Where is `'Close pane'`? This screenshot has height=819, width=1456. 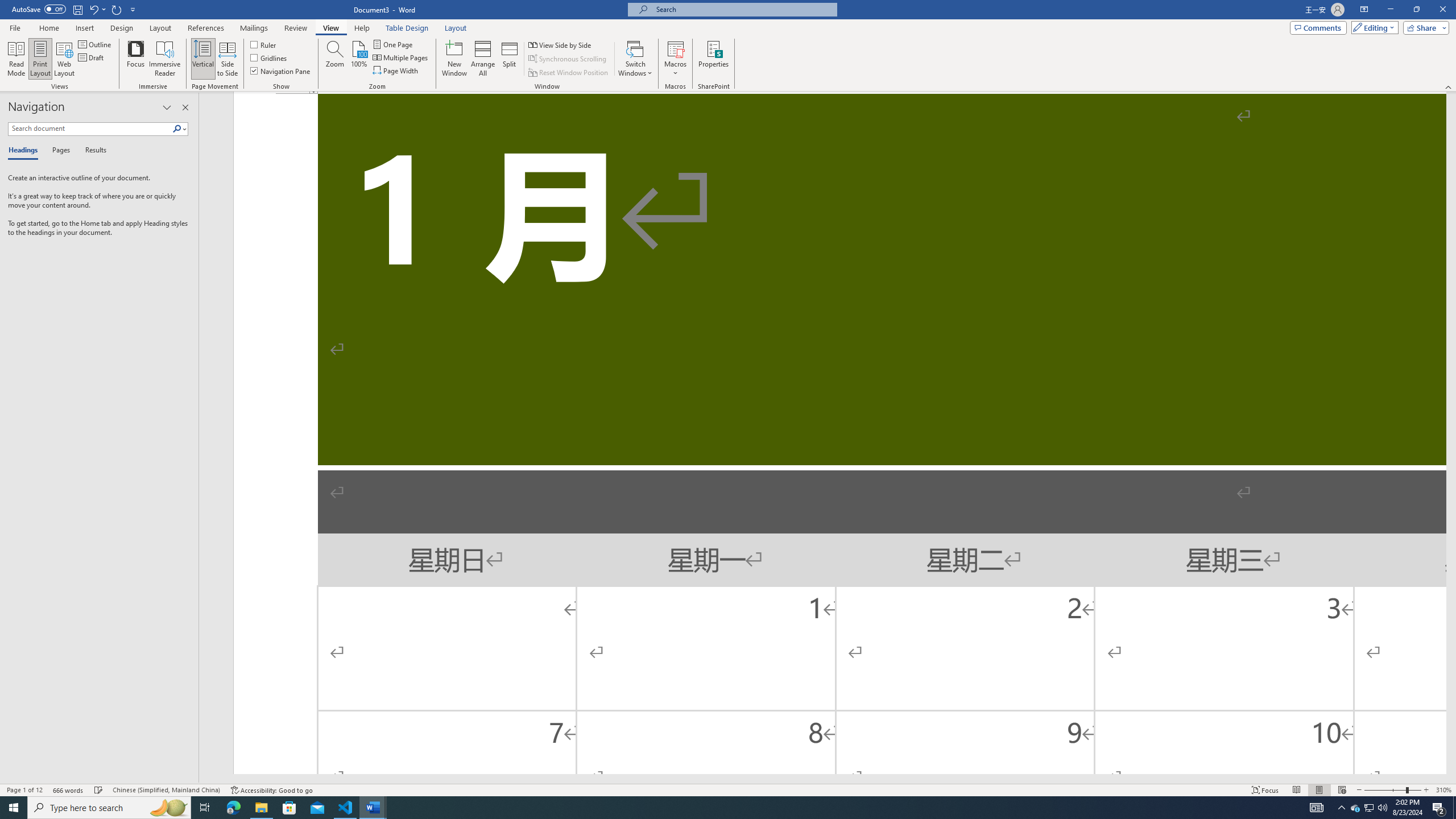 'Close pane' is located at coordinates (185, 107).